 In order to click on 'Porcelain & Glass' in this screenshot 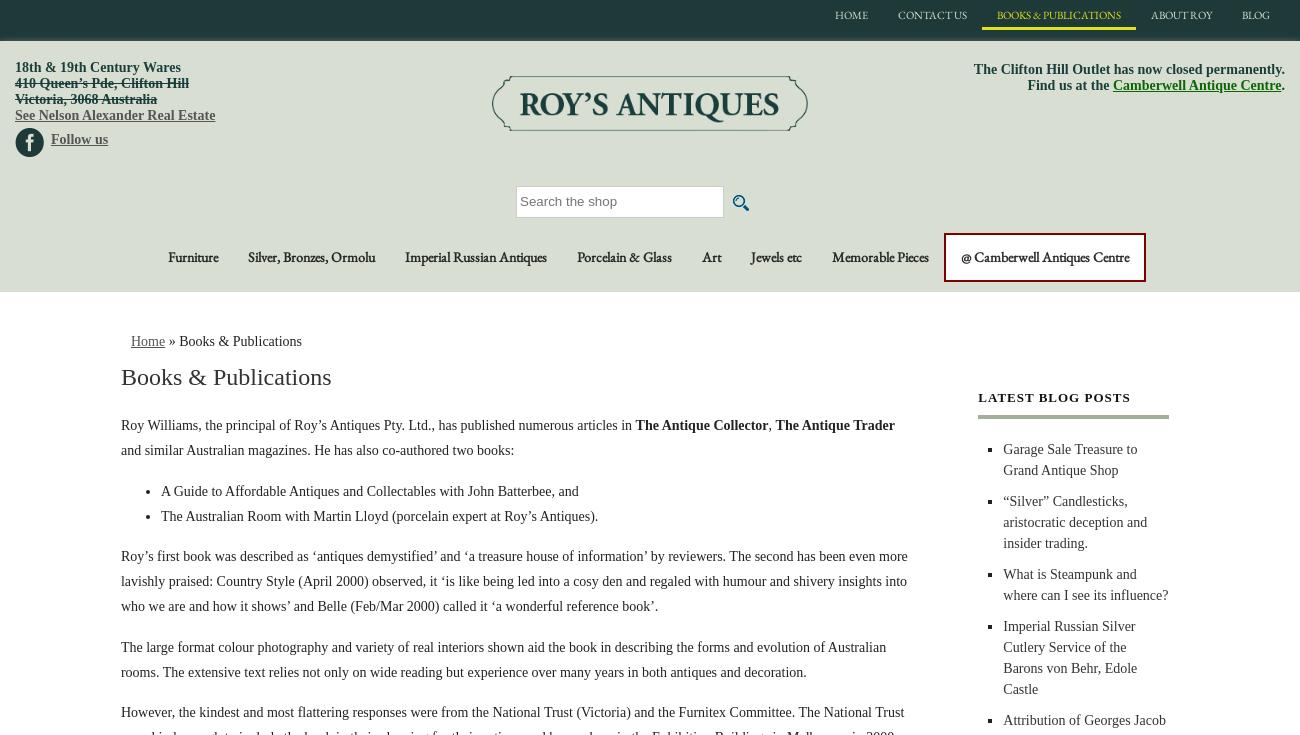, I will do `click(624, 256)`.